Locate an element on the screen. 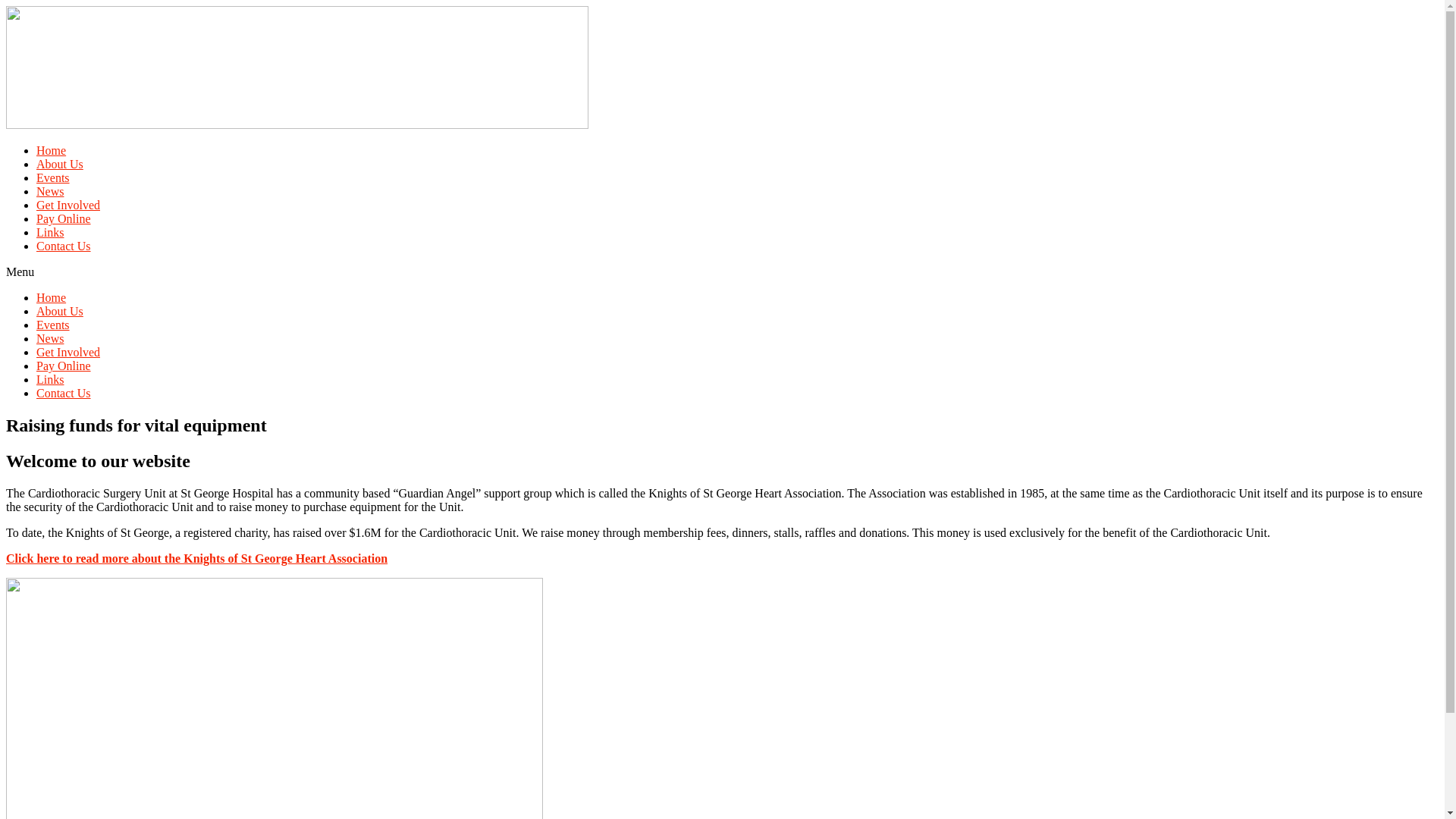  'About Us' is located at coordinates (59, 310).